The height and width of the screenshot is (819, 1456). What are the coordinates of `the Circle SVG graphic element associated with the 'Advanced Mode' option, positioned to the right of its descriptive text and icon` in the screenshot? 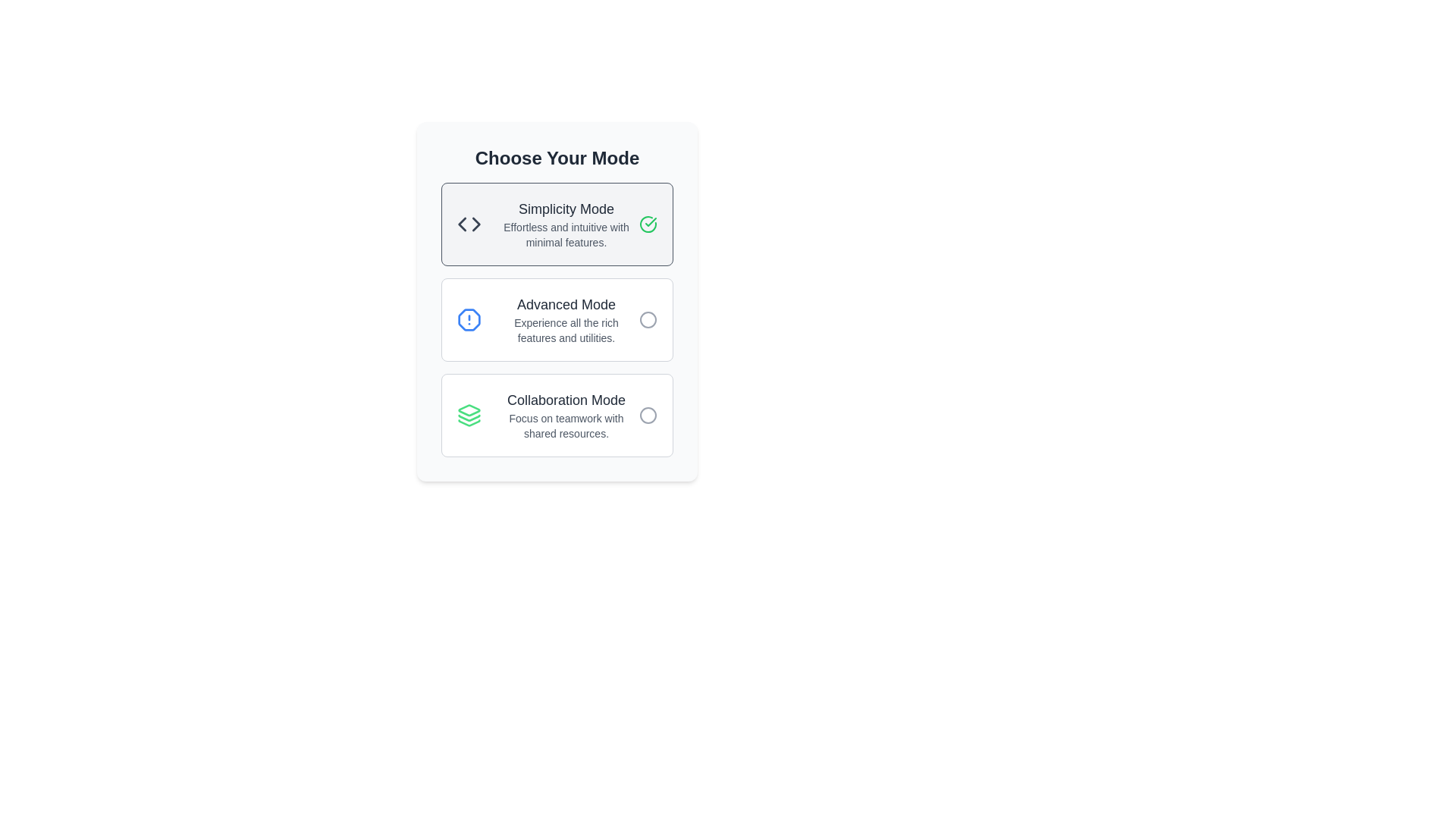 It's located at (648, 318).